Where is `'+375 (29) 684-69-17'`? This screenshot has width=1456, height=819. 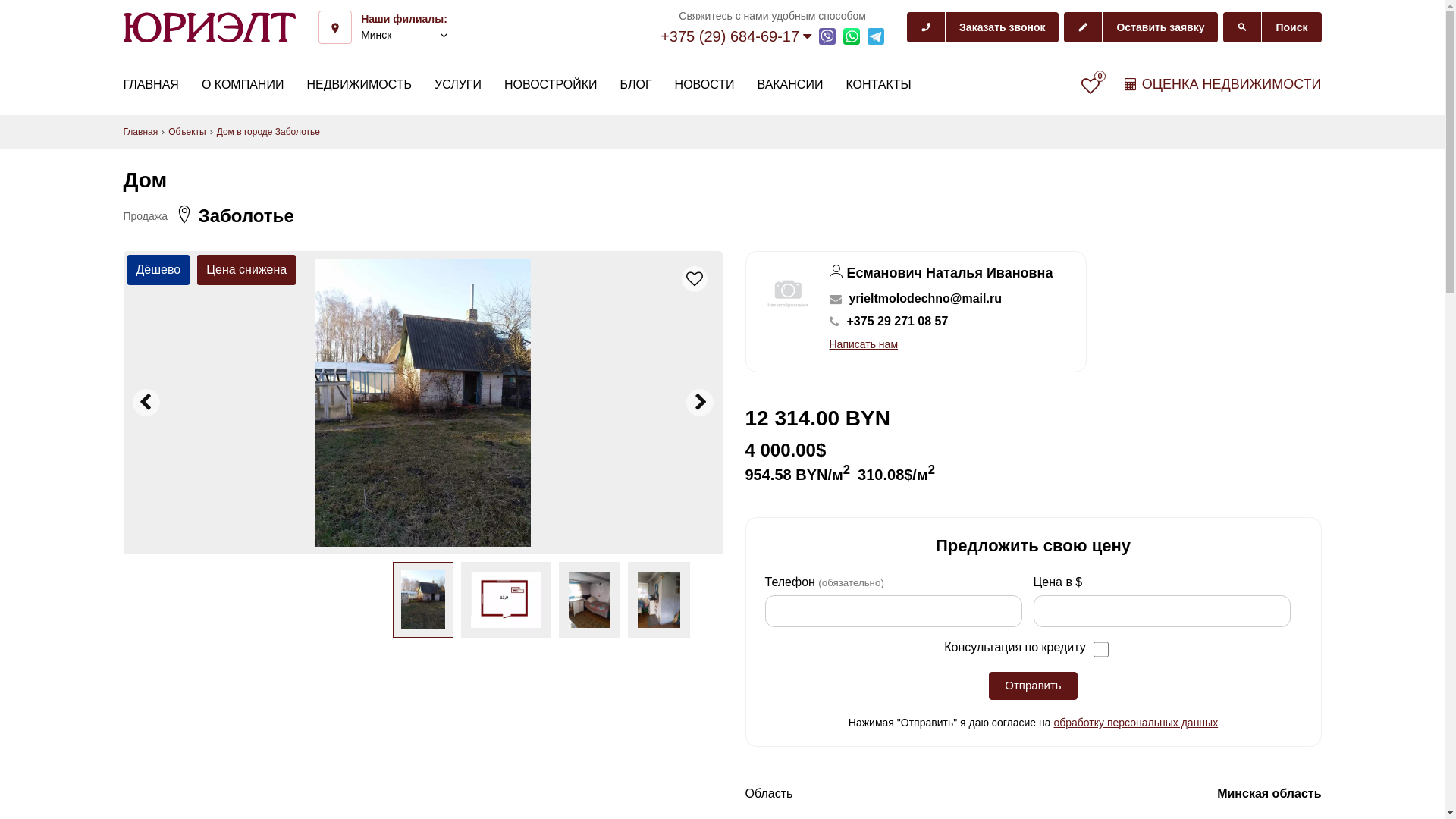
'+375 (29) 684-69-17' is located at coordinates (736, 35).